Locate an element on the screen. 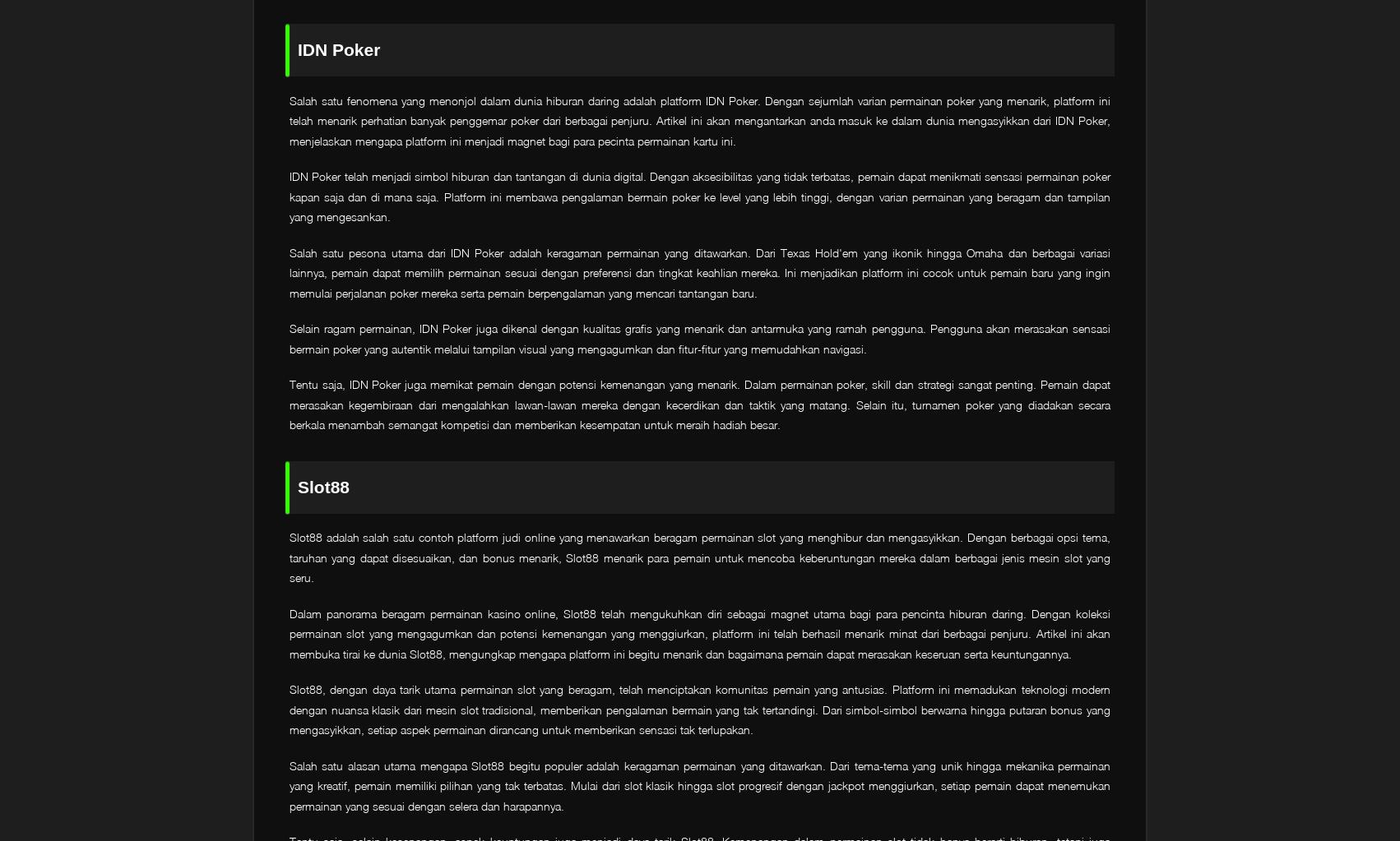 Image resolution: width=1400 pixels, height=841 pixels. 'Salah satu alasan utama mengapa Slot88 begitu populer adalah keragaman permainan yang ditawarkan. Dari tema-tema yang unik hingga mekanika permainan yang kreatif, pemain memiliki pilihan yang tak terbatas. Mulai dari slot klasik hingga slot progresif dengan jackpot menggiurkan, setiap pemain dapat menemukan permainan yang sesuai dengan selera dan harapannya.' is located at coordinates (289, 784).